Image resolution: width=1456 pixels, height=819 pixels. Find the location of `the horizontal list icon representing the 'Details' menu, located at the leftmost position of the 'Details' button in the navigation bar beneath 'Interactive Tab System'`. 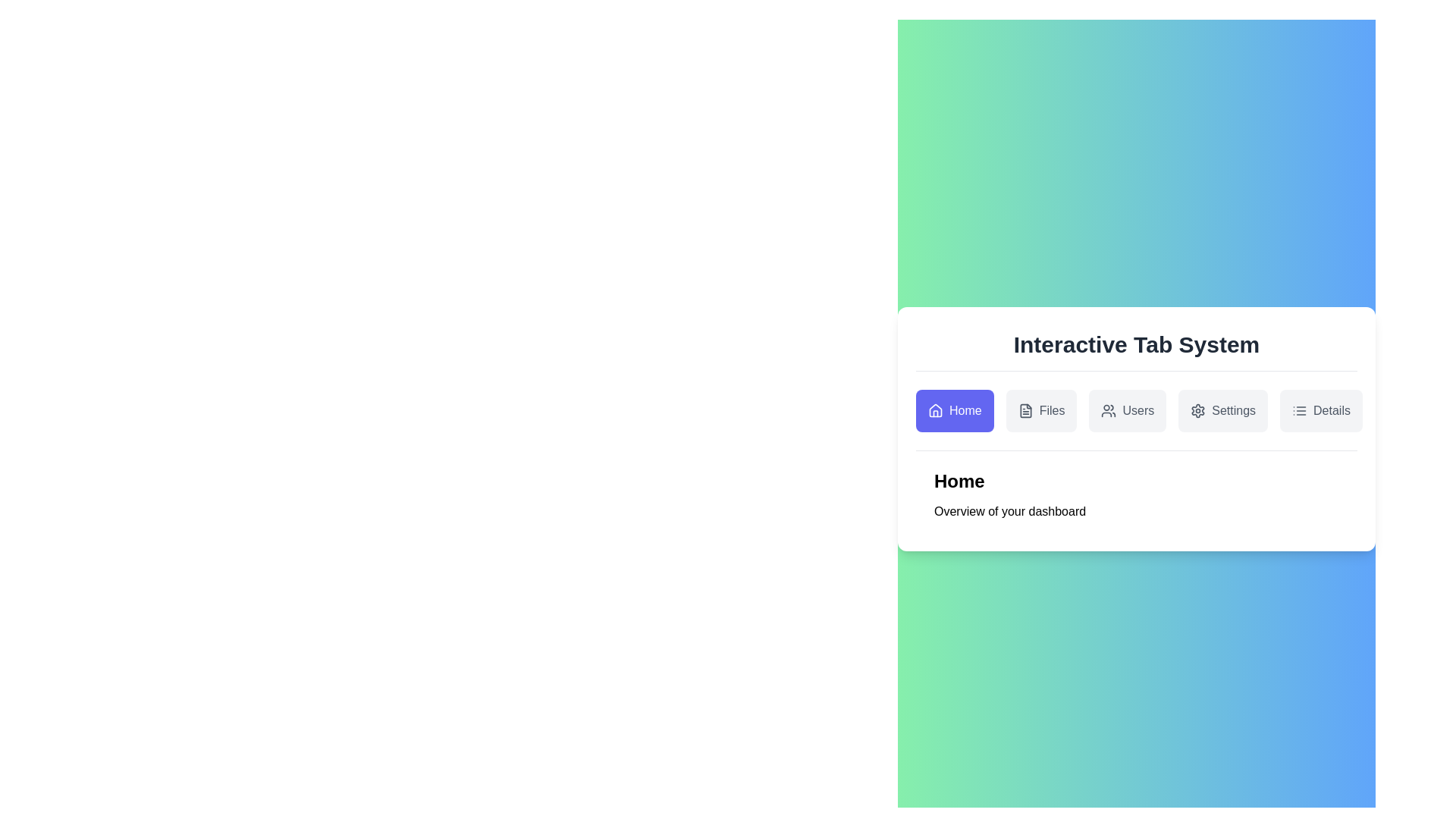

the horizontal list icon representing the 'Details' menu, located at the leftmost position of the 'Details' button in the navigation bar beneath 'Interactive Tab System' is located at coordinates (1298, 411).